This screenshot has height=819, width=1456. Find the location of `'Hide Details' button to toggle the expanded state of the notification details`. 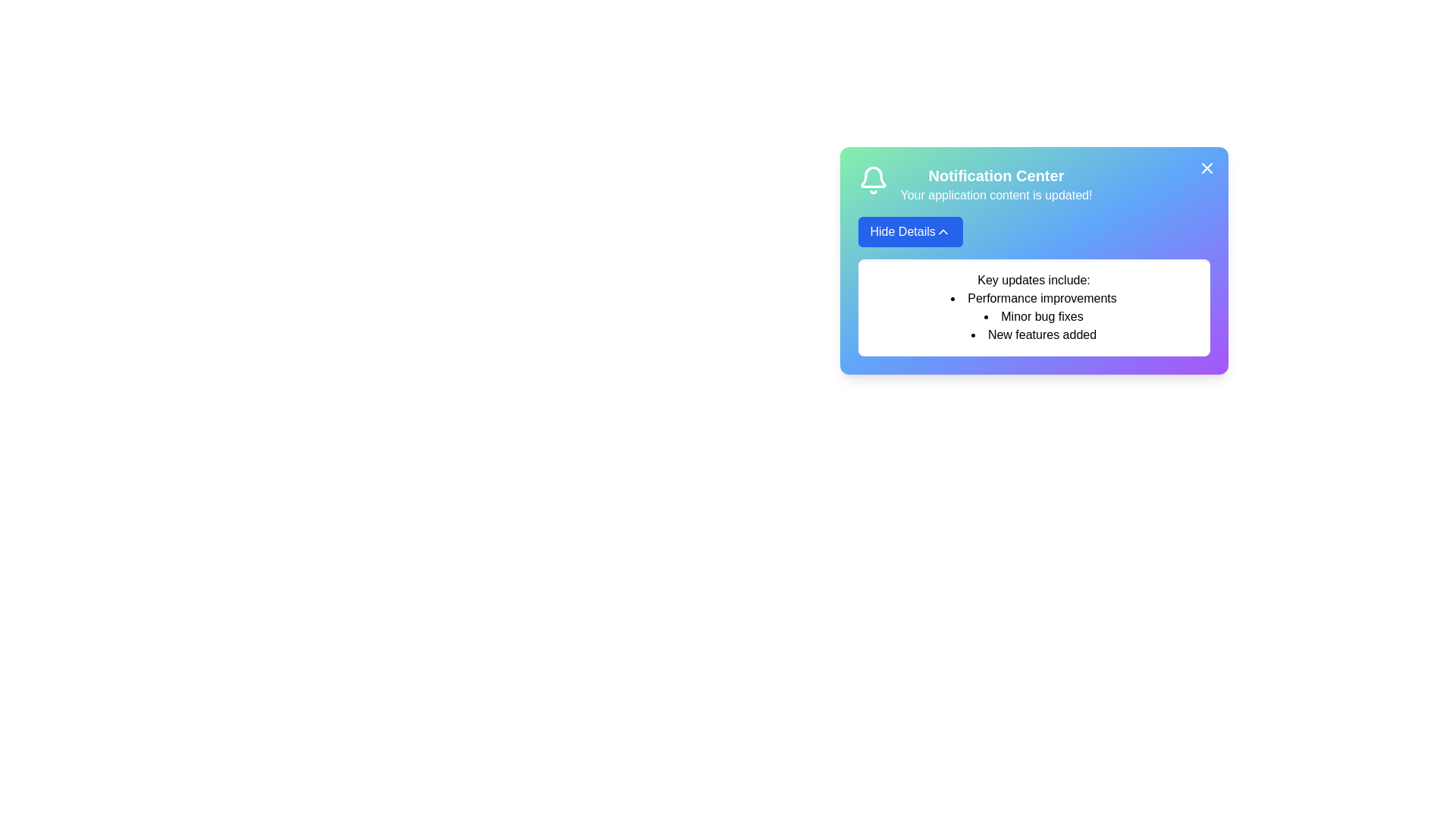

'Hide Details' button to toggle the expanded state of the notification details is located at coordinates (910, 231).